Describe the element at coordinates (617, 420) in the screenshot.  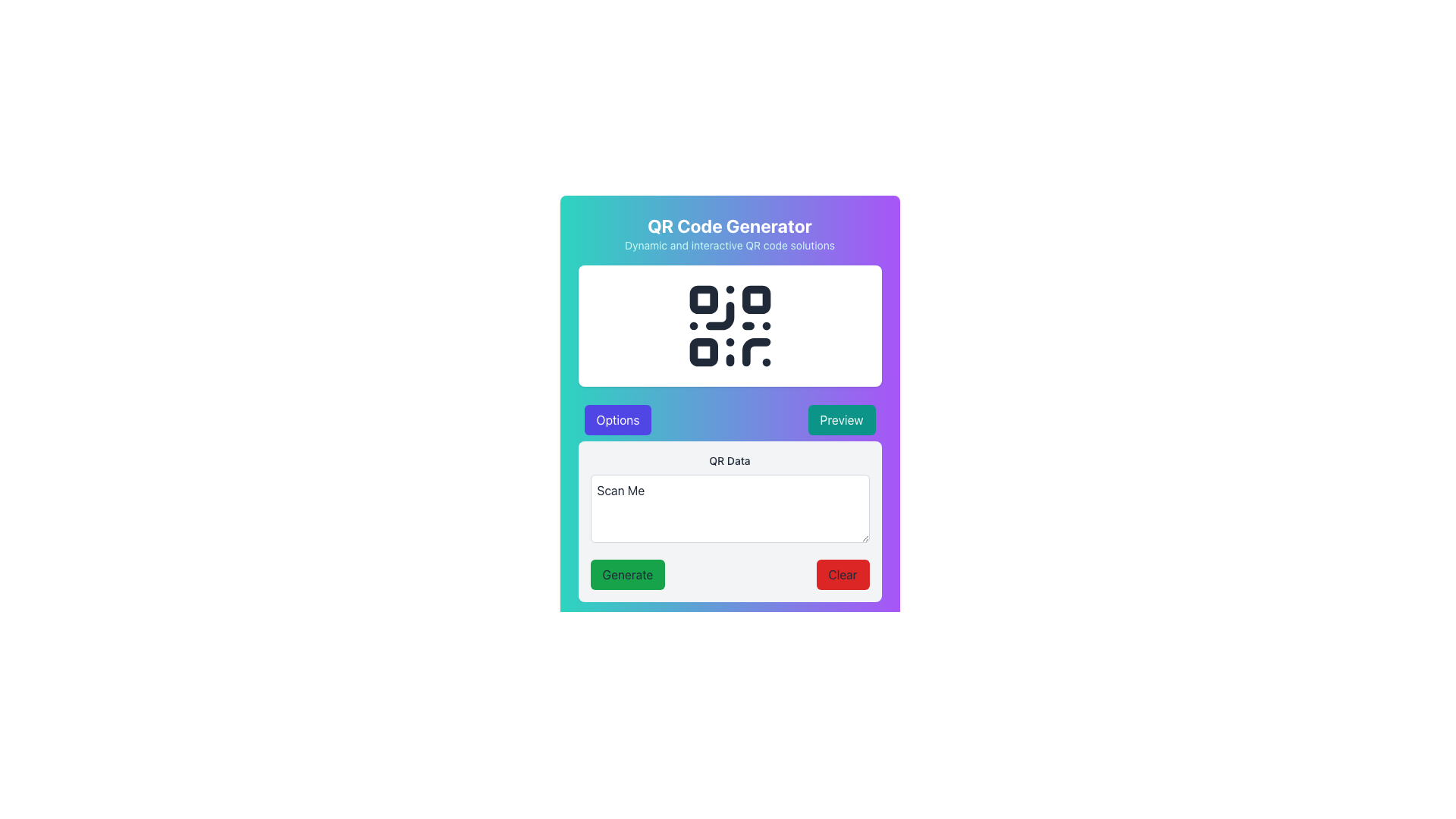
I see `the 'Options' button, which is styled with a solid indigo background and white text` at that location.